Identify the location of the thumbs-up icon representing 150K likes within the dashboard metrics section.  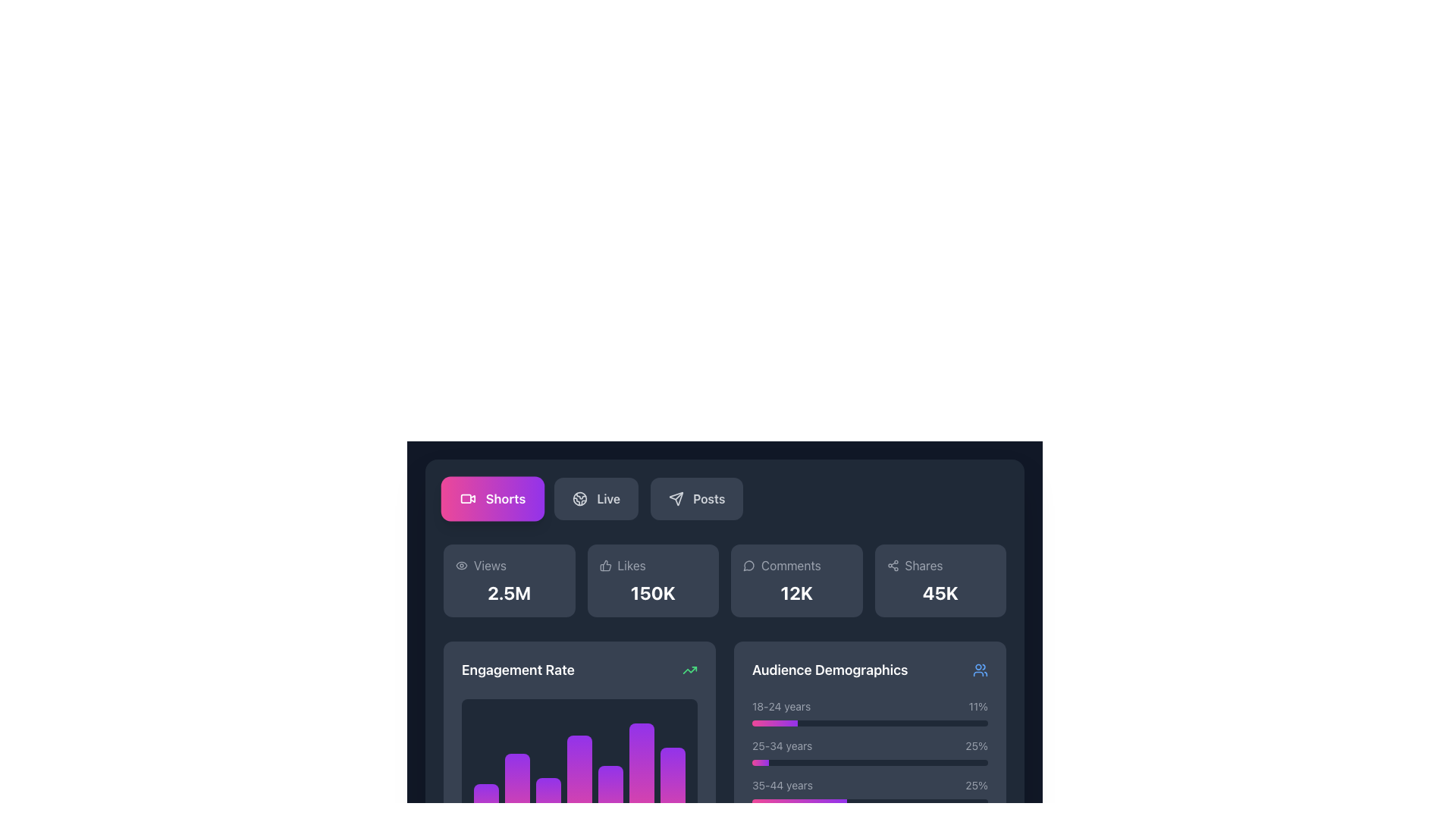
(604, 565).